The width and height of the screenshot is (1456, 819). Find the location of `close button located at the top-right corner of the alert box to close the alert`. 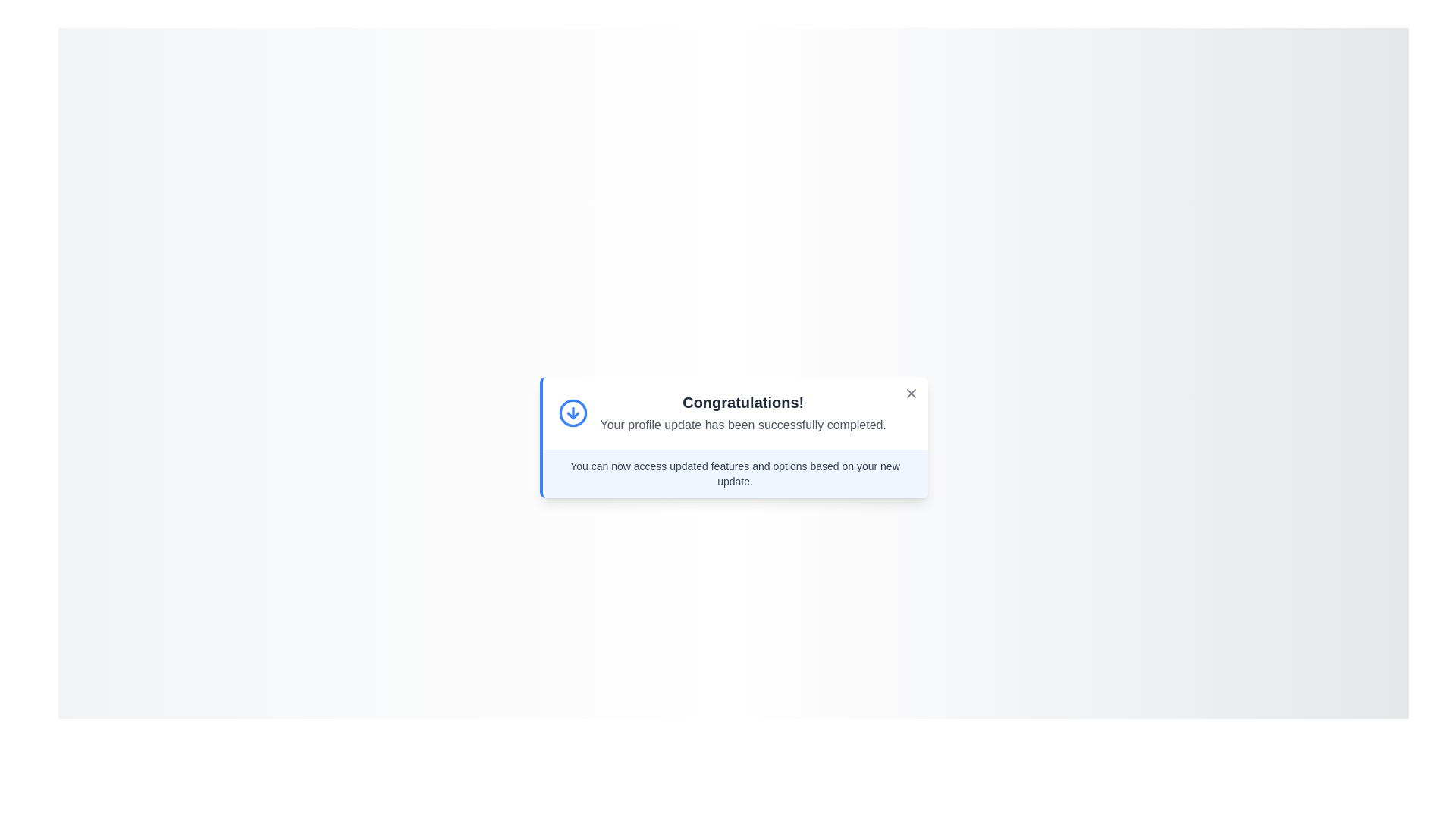

close button located at the top-right corner of the alert box to close the alert is located at coordinates (910, 393).